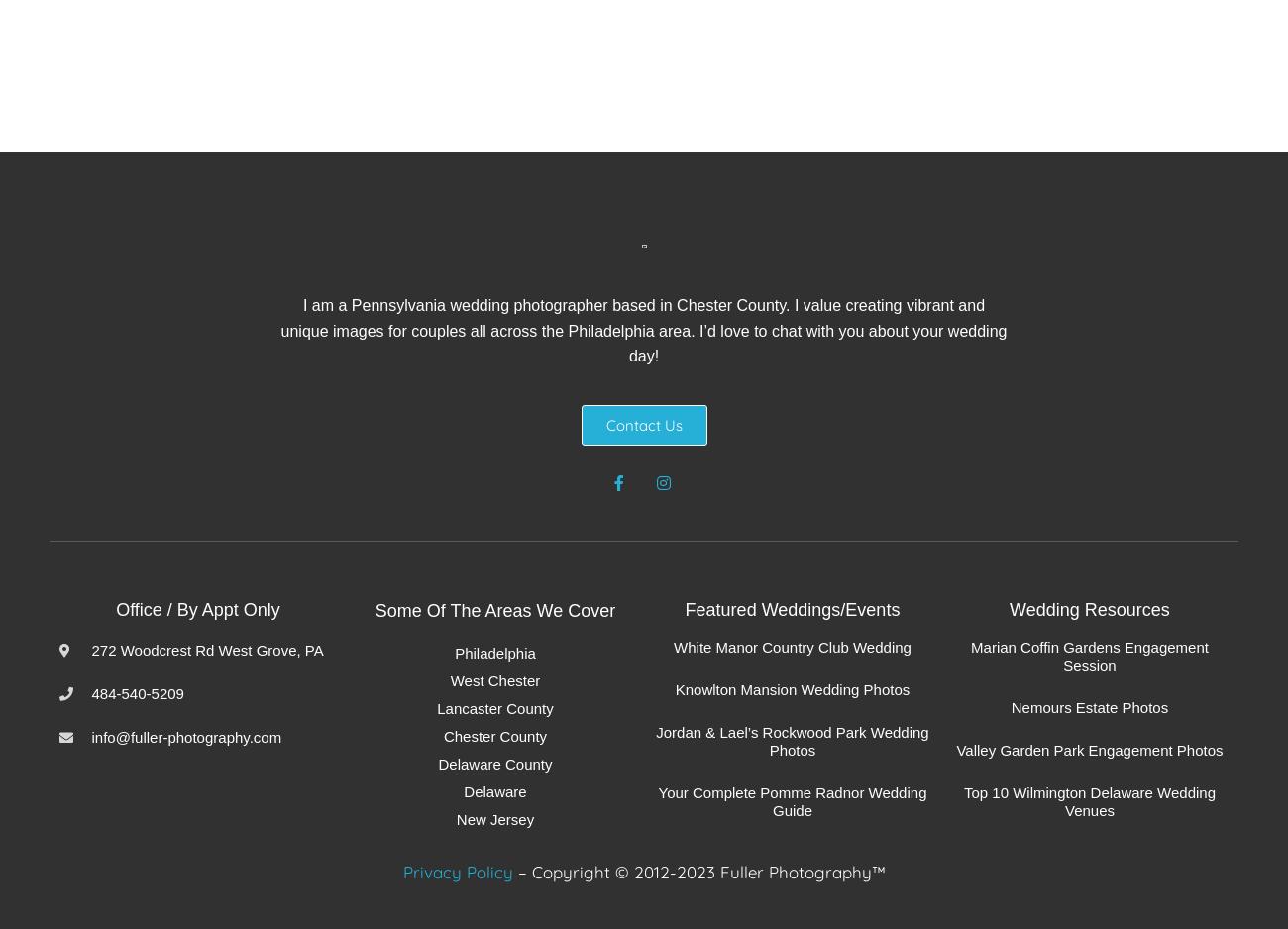 The image size is (1288, 929). I want to click on 'New Jersey', so click(494, 819).